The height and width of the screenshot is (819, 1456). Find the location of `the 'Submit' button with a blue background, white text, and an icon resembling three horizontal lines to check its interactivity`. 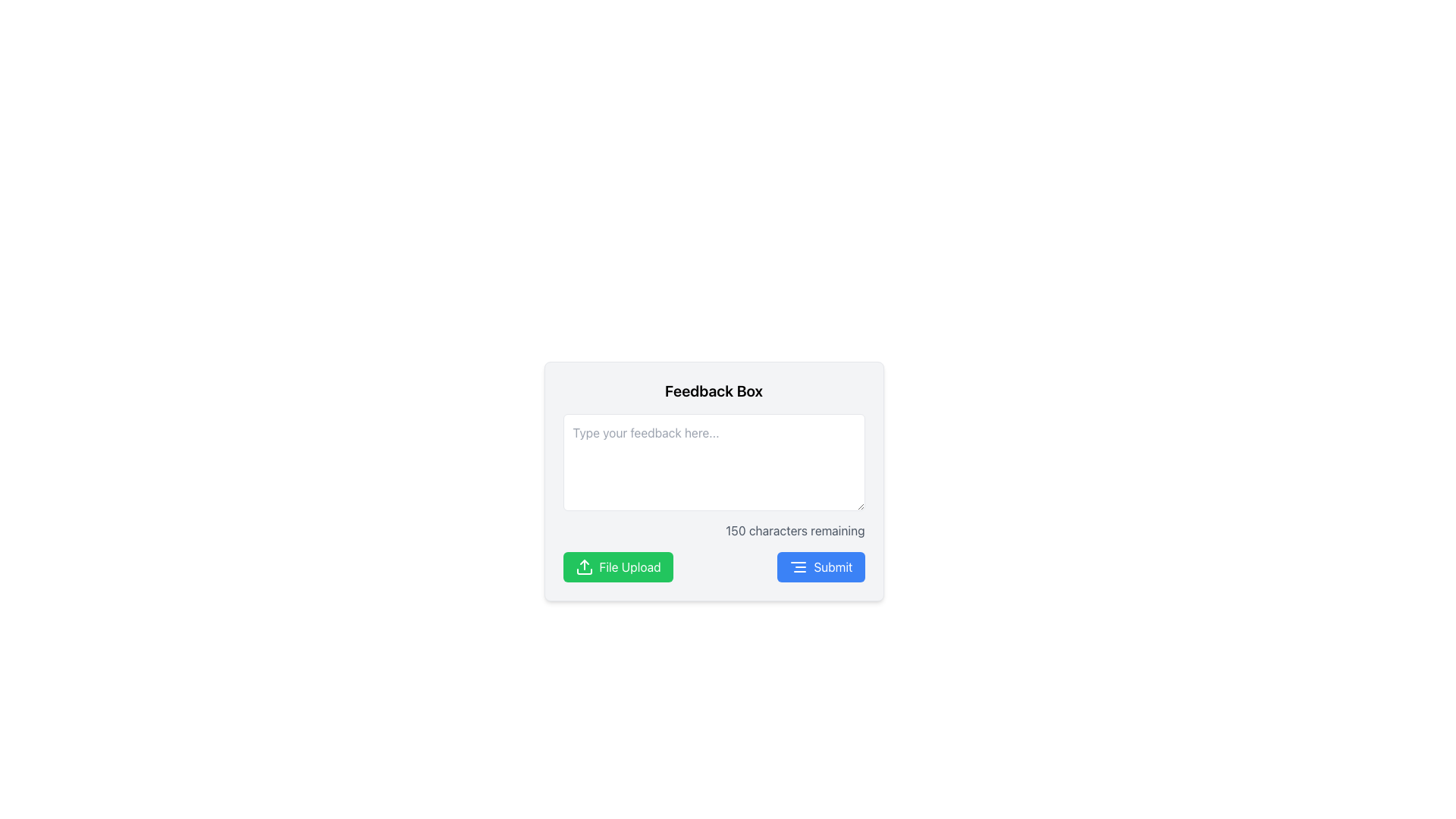

the 'Submit' button with a blue background, white text, and an icon resembling three horizontal lines to check its interactivity is located at coordinates (820, 567).